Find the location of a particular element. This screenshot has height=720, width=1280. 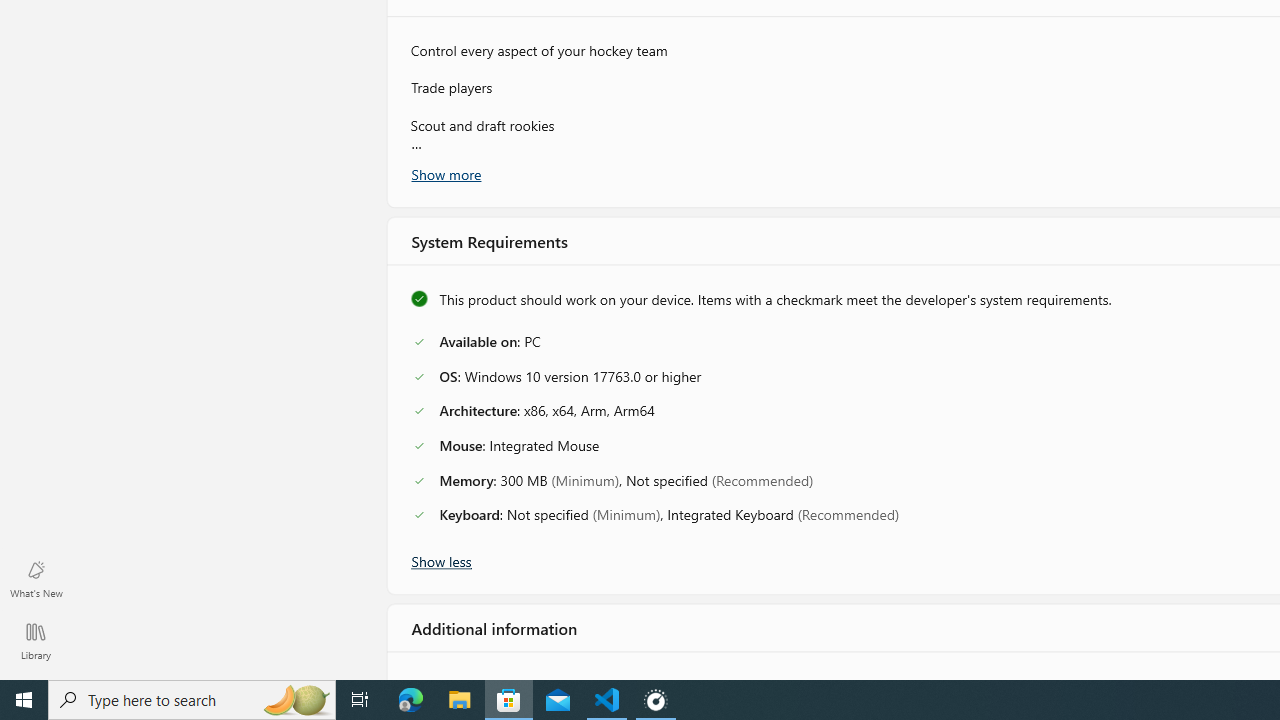

'What' is located at coordinates (35, 578).